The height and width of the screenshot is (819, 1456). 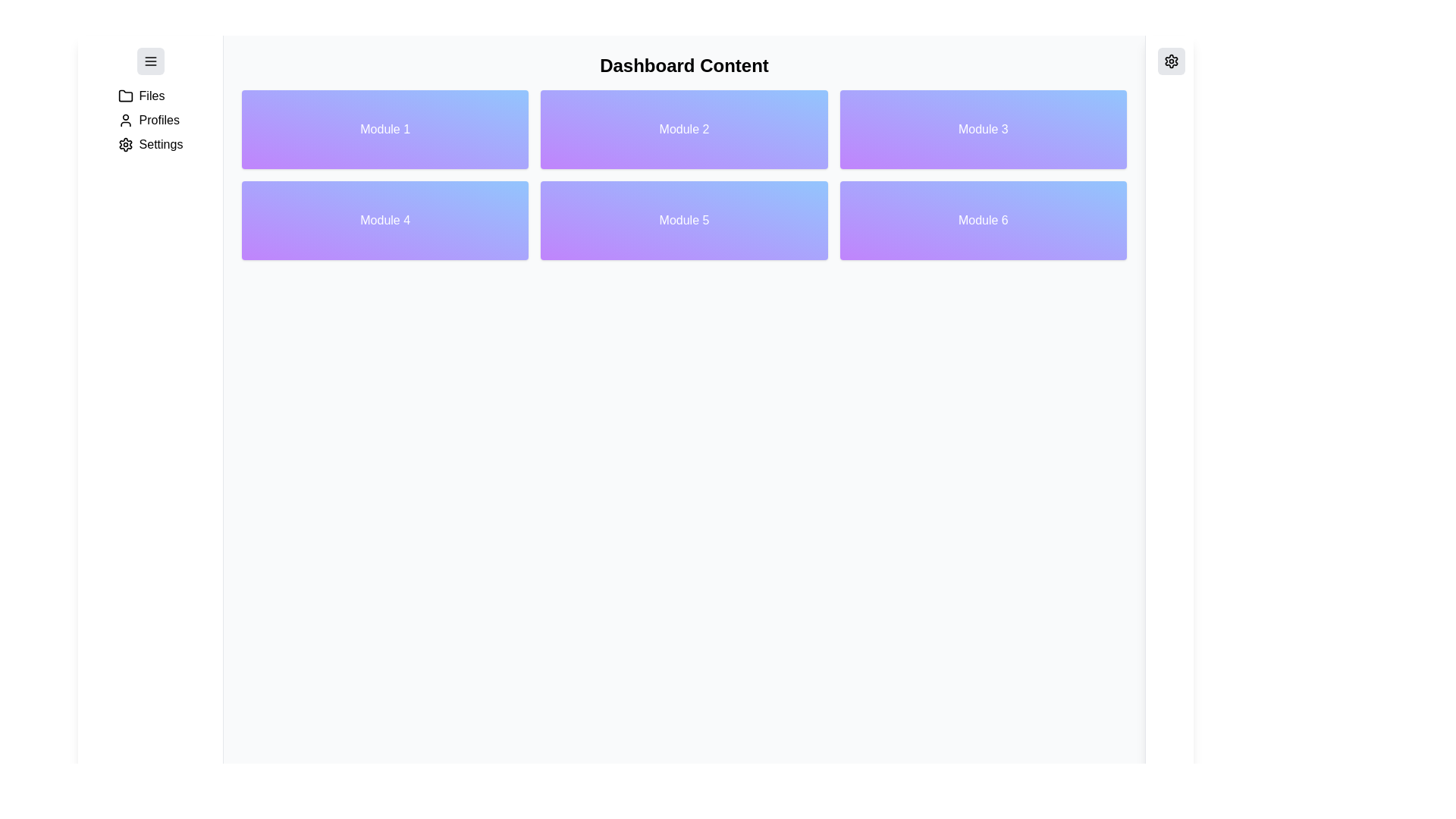 What do you see at coordinates (1171, 61) in the screenshot?
I see `the settings icon, which is a cogwheel shape located in the top-right corner of the interface, specifically the third element in the vertical toolbar` at bounding box center [1171, 61].